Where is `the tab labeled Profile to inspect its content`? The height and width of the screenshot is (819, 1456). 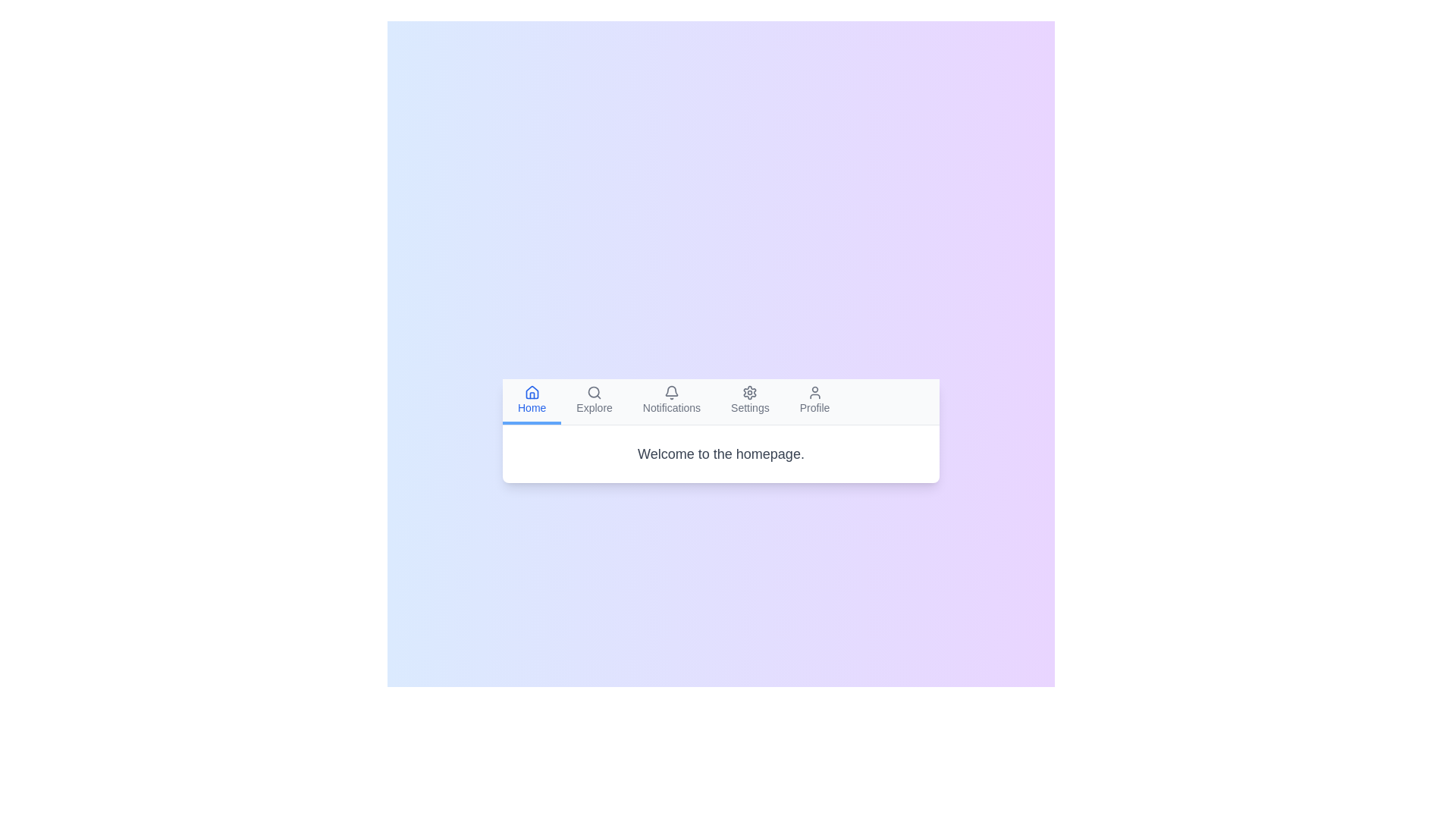
the tab labeled Profile to inspect its content is located at coordinates (814, 400).